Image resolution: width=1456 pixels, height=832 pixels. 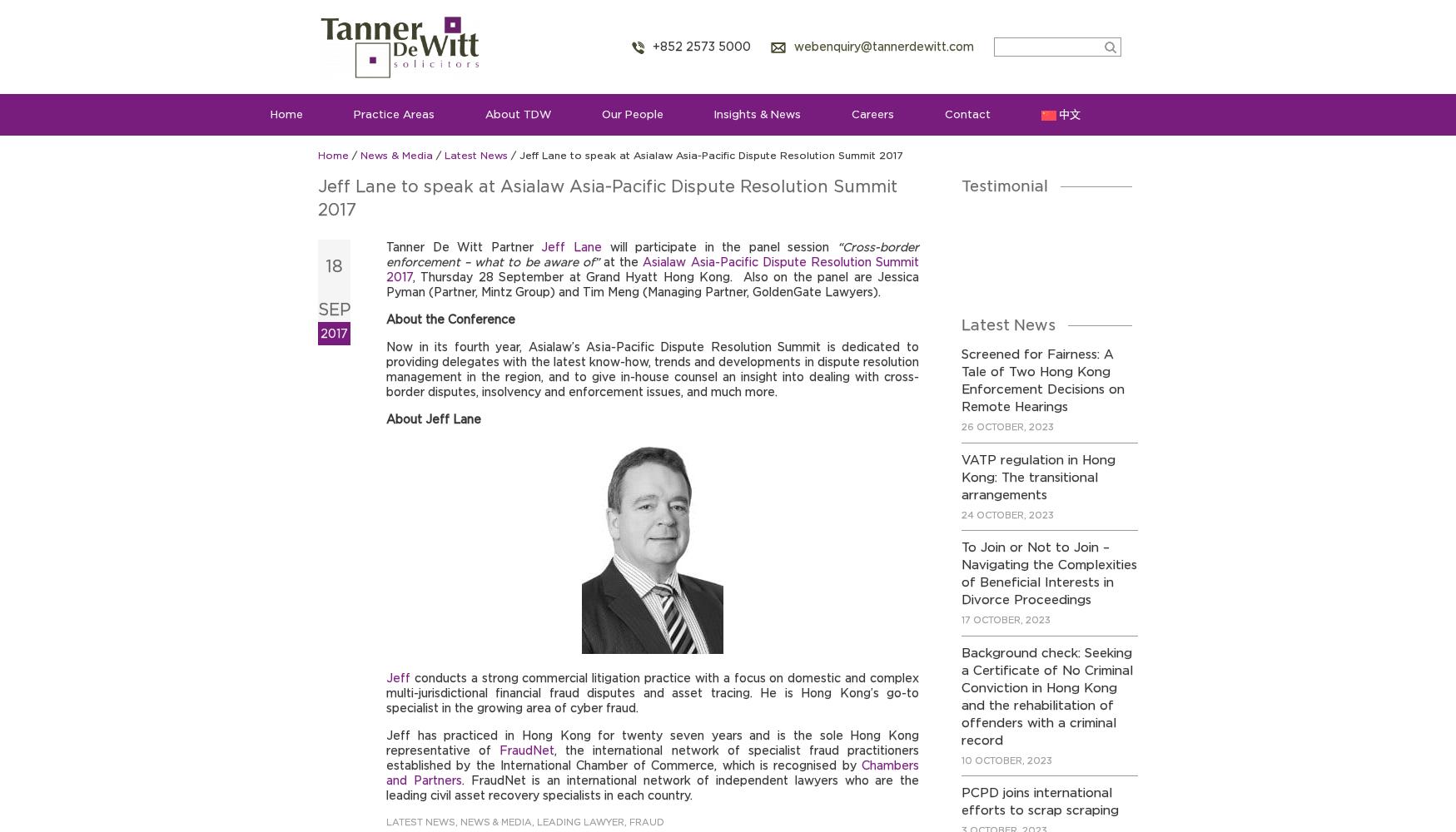 What do you see at coordinates (623, 261) in the screenshot?
I see `'at the'` at bounding box center [623, 261].